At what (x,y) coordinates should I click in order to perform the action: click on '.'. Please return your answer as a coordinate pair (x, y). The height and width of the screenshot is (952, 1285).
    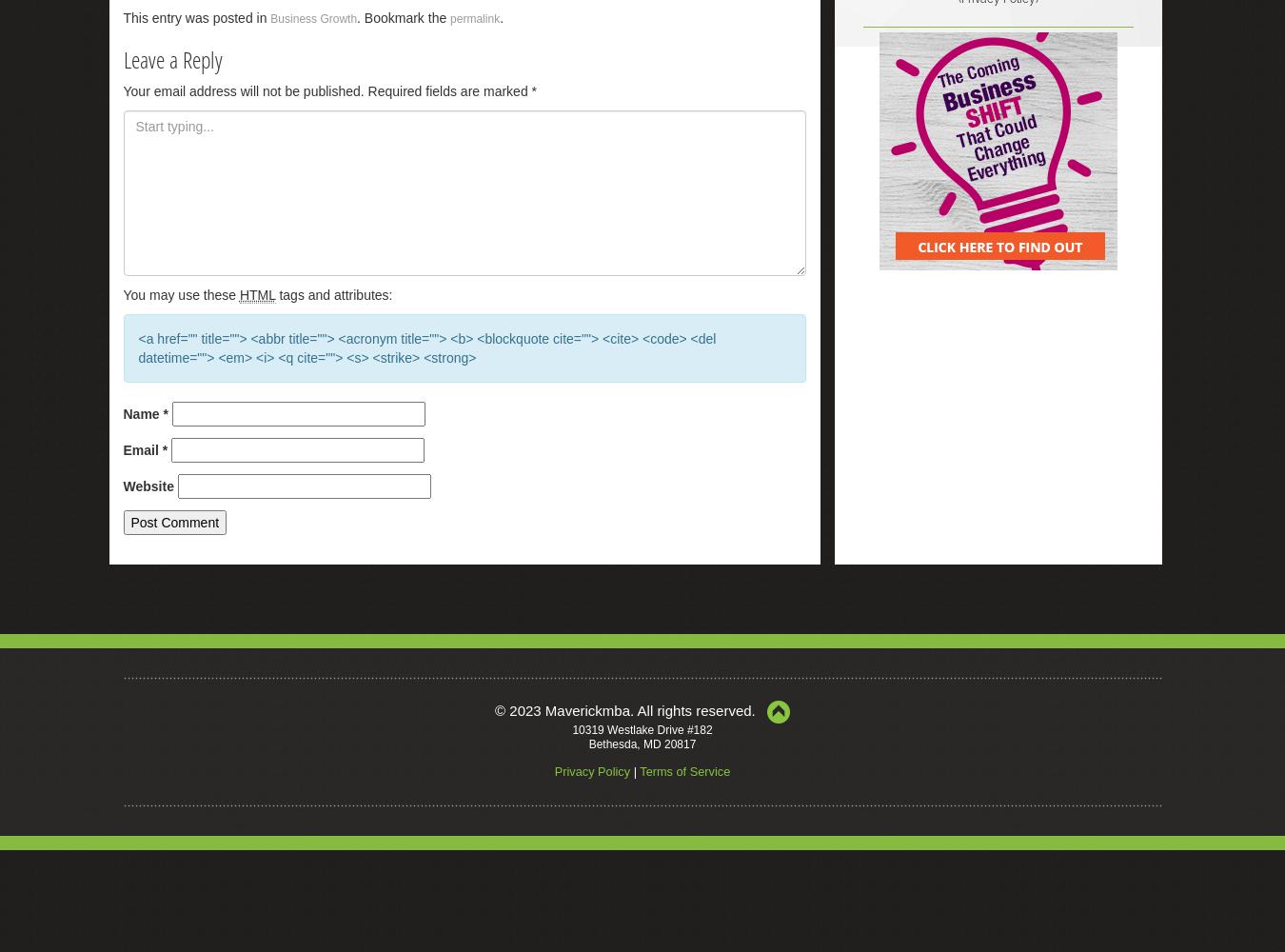
    Looking at the image, I should click on (501, 17).